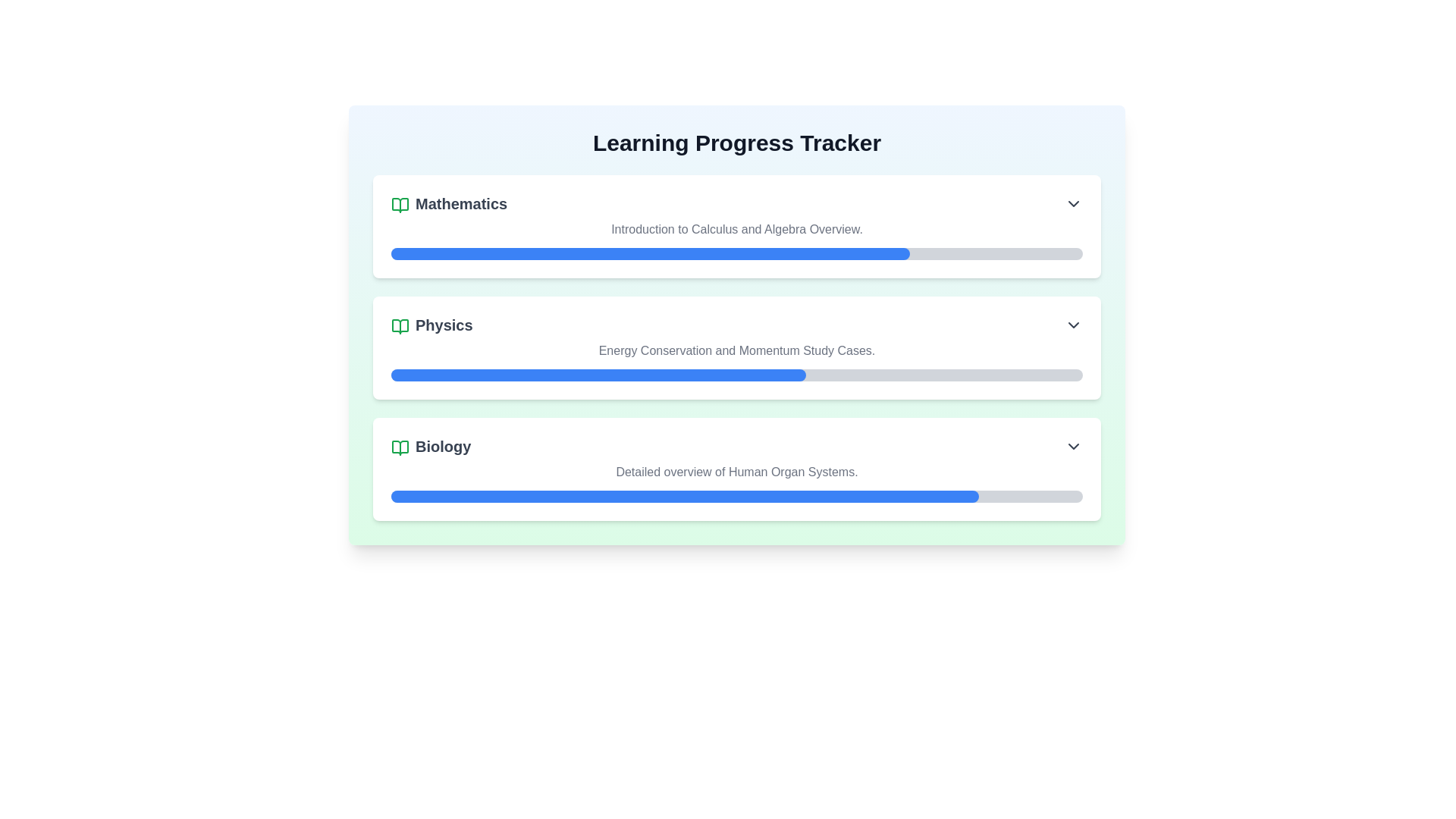 The height and width of the screenshot is (819, 1456). What do you see at coordinates (598, 375) in the screenshot?
I see `the progress bar segment that visually represents 60% completion for the 'Physics' section` at bounding box center [598, 375].